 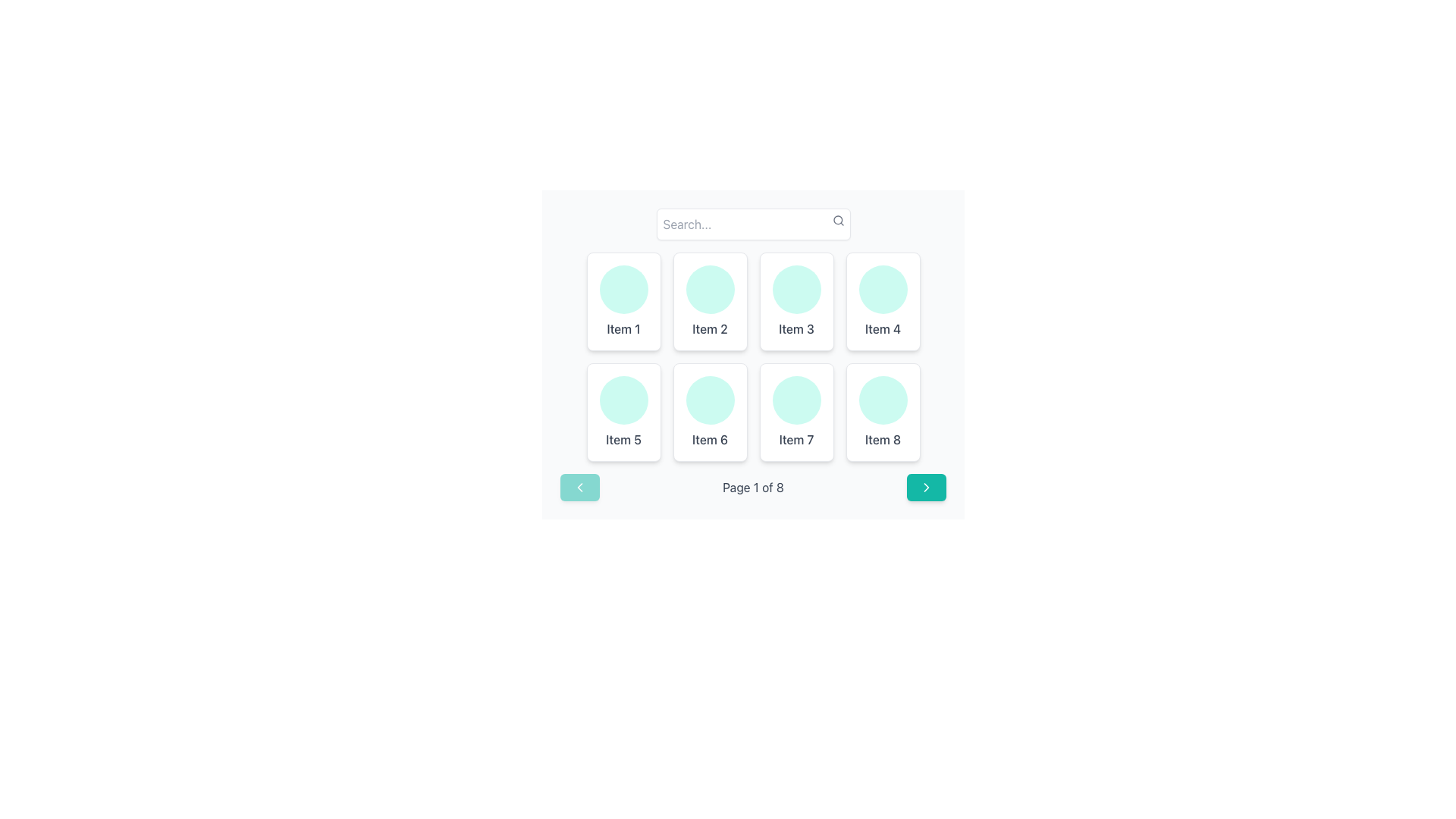 What do you see at coordinates (883, 412) in the screenshot?
I see `the last card in the second row representing 'Item 8'` at bounding box center [883, 412].